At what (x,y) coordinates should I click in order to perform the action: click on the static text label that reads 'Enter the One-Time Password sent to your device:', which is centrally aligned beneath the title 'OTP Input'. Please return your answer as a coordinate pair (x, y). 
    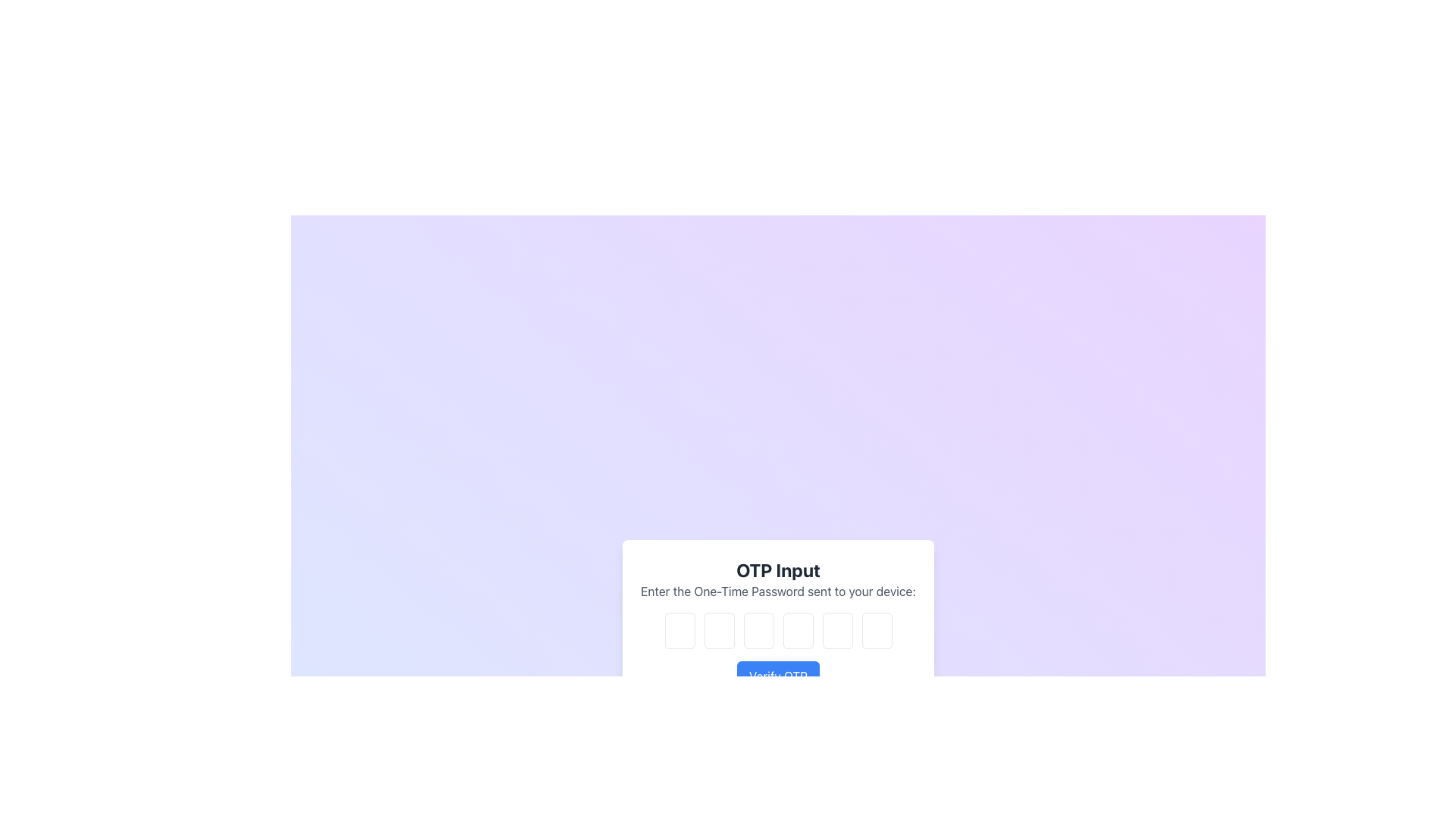
    Looking at the image, I should click on (778, 590).